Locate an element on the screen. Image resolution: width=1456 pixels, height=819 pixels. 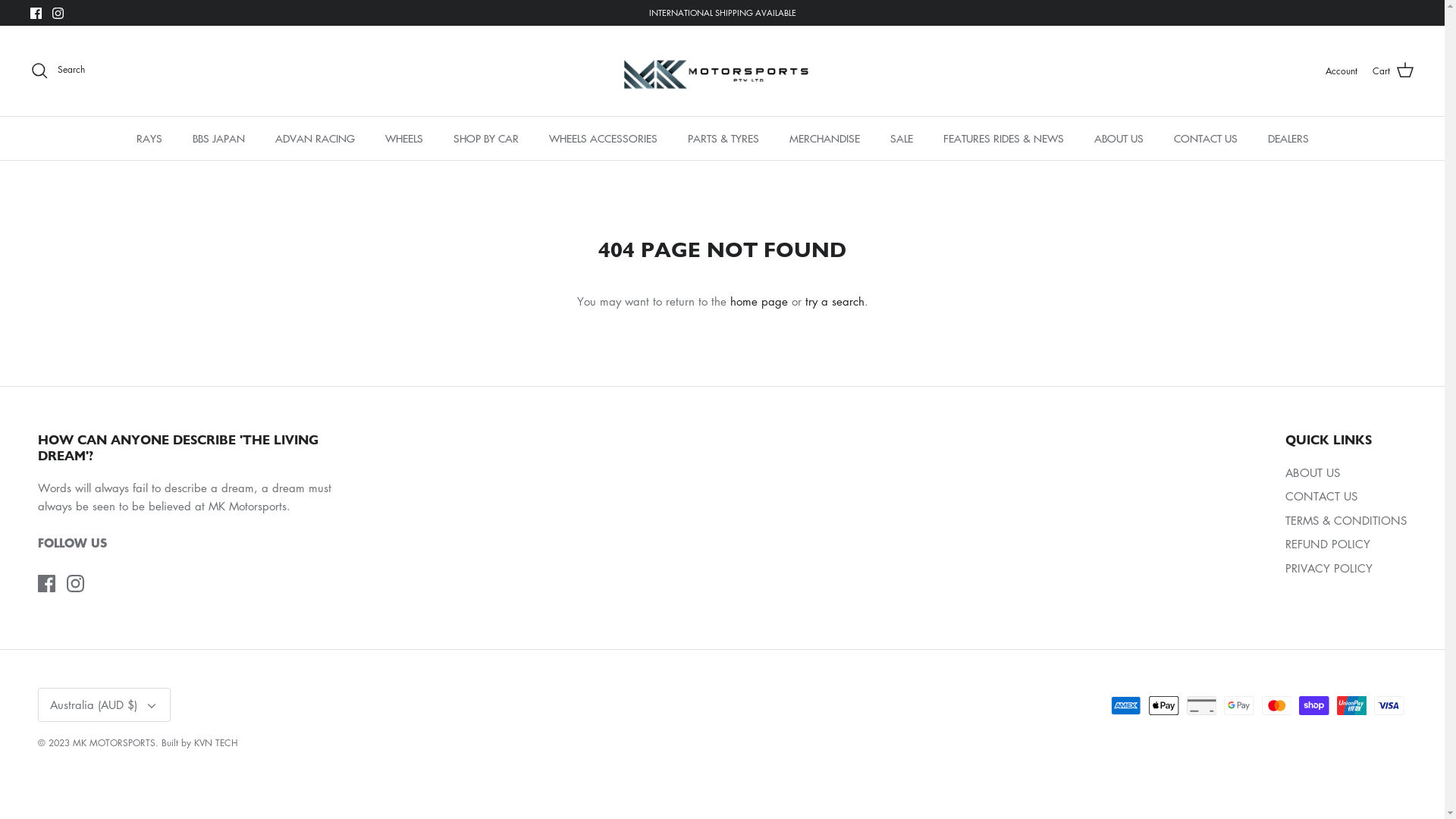
'BBS JAPAN' is located at coordinates (218, 138).